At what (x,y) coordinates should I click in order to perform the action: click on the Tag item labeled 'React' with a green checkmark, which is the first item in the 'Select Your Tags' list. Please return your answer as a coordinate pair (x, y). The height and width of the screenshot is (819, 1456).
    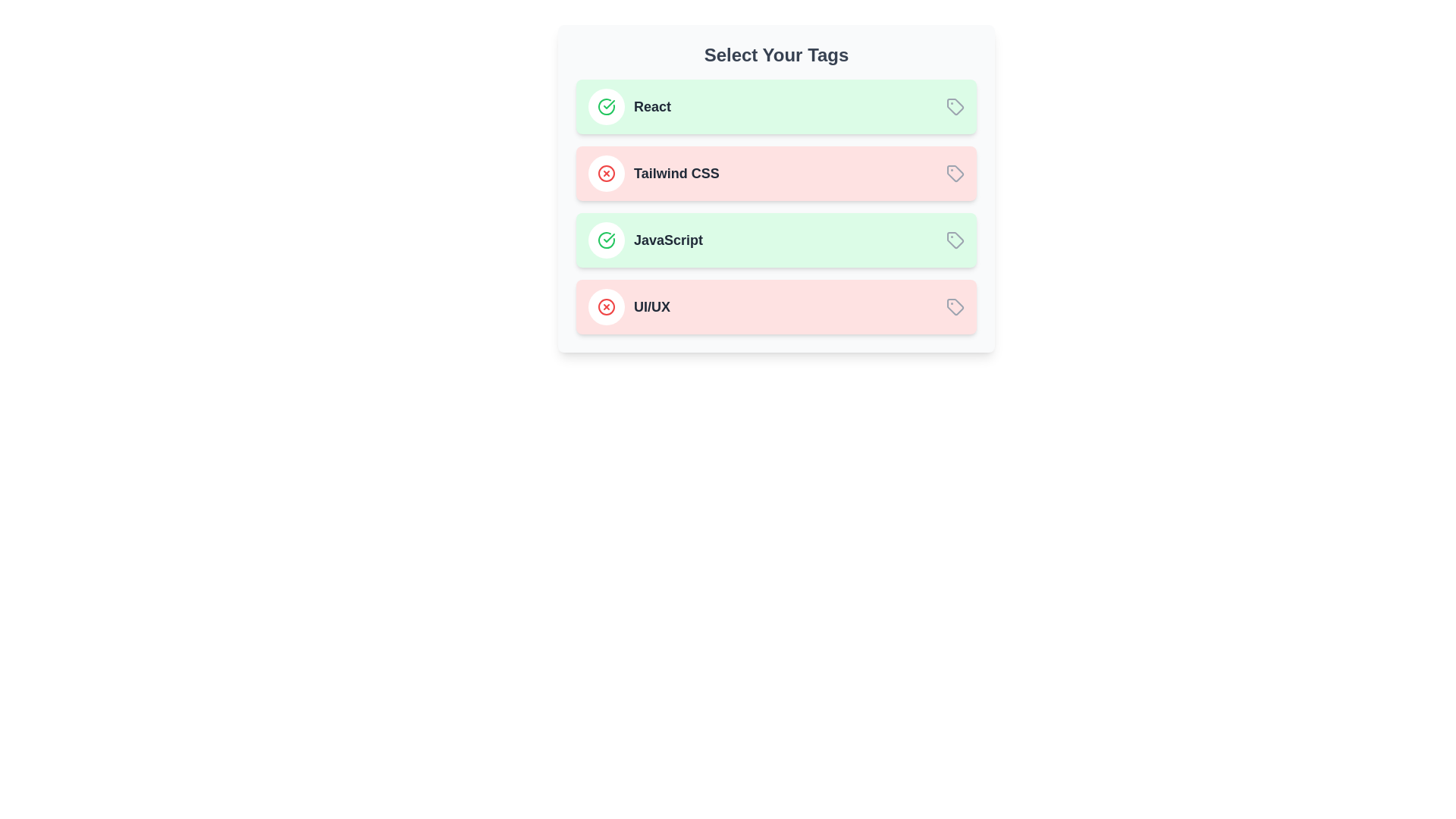
    Looking at the image, I should click on (629, 106).